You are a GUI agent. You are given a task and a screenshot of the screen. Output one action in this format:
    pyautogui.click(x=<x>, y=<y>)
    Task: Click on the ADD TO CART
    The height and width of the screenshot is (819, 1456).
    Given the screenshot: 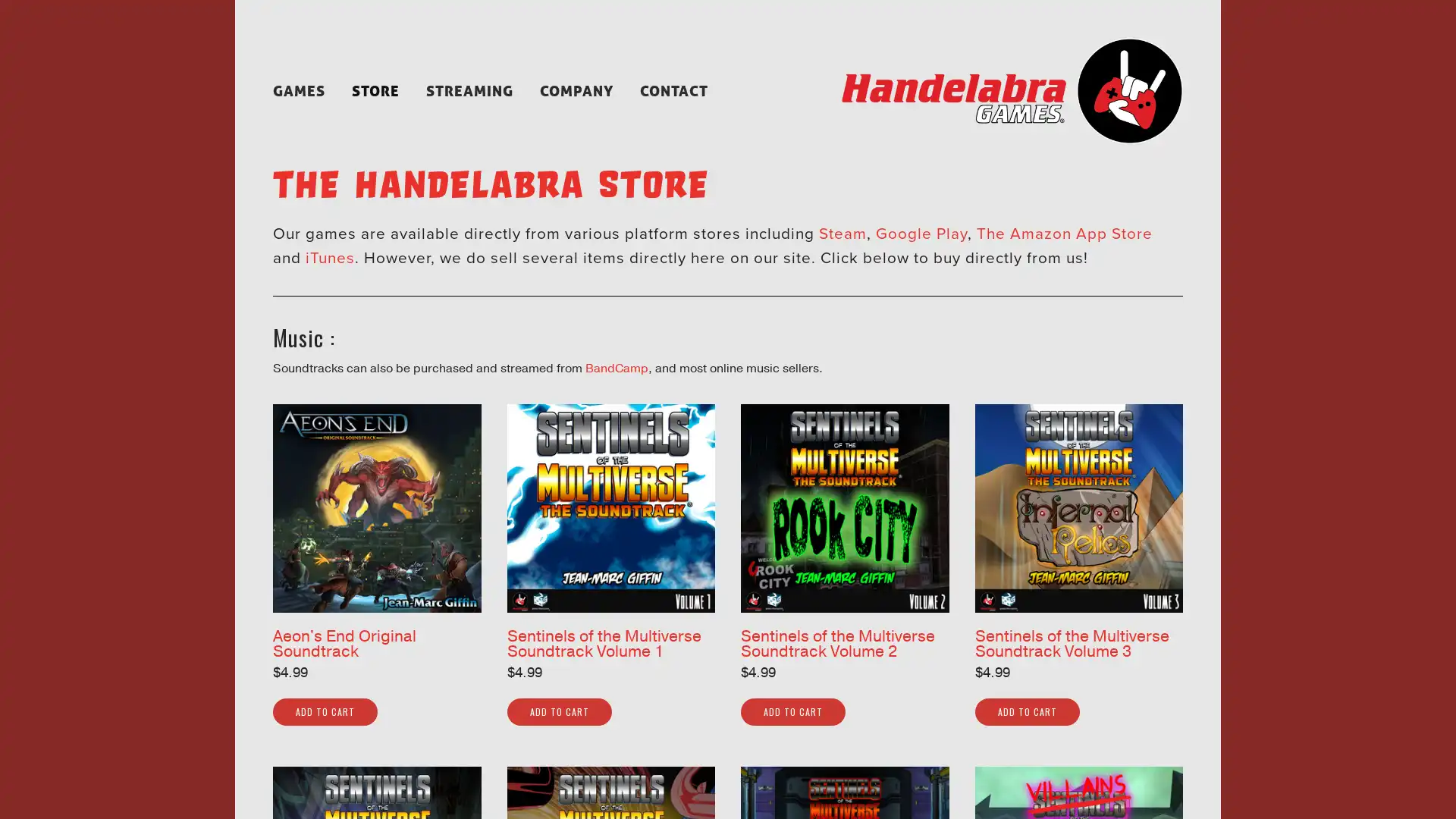 What is the action you would take?
    pyautogui.click(x=558, y=711)
    